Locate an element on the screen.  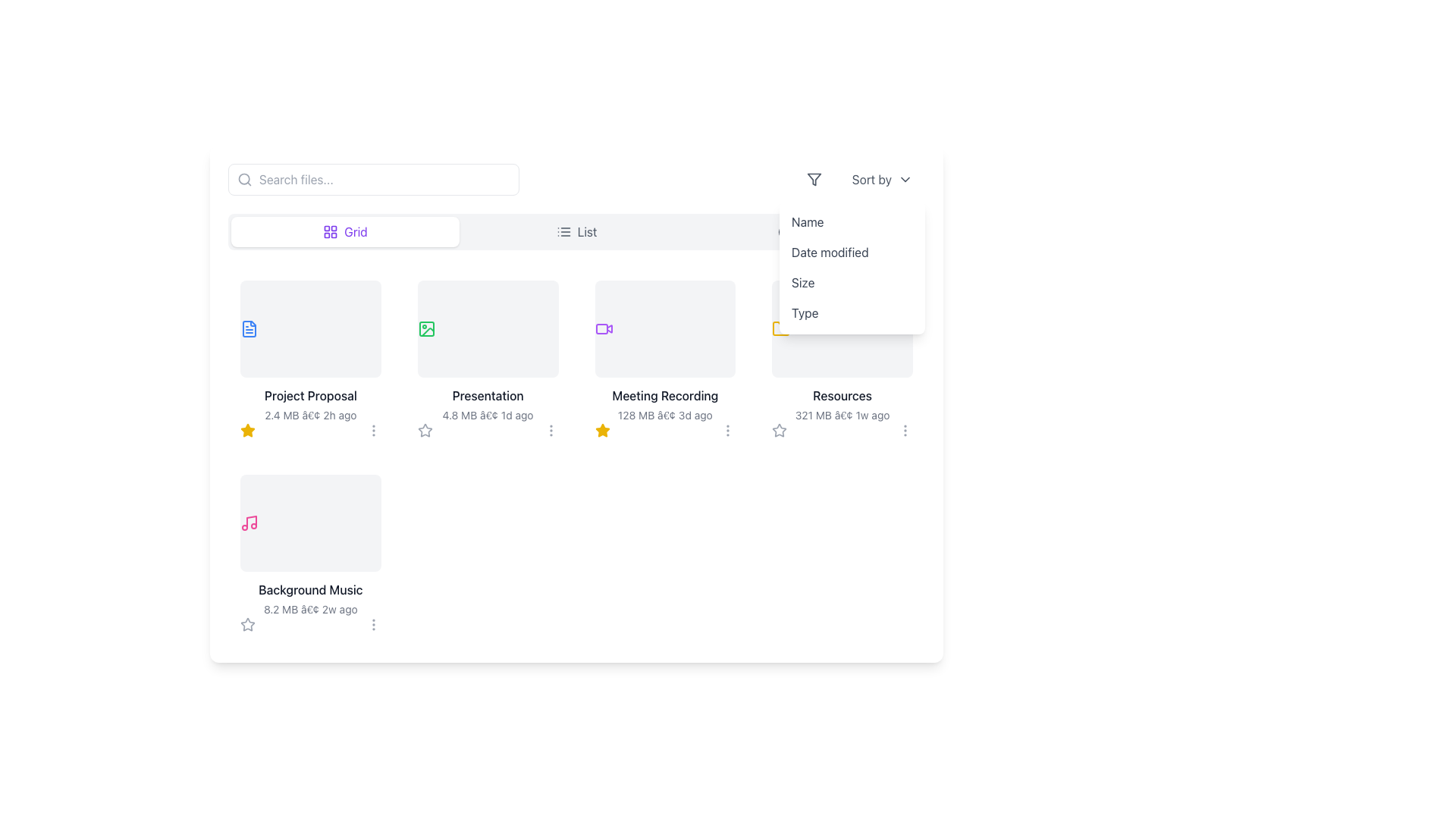
the 'Project Proposal' file card located in the top row of the grid layout is located at coordinates (309, 351).